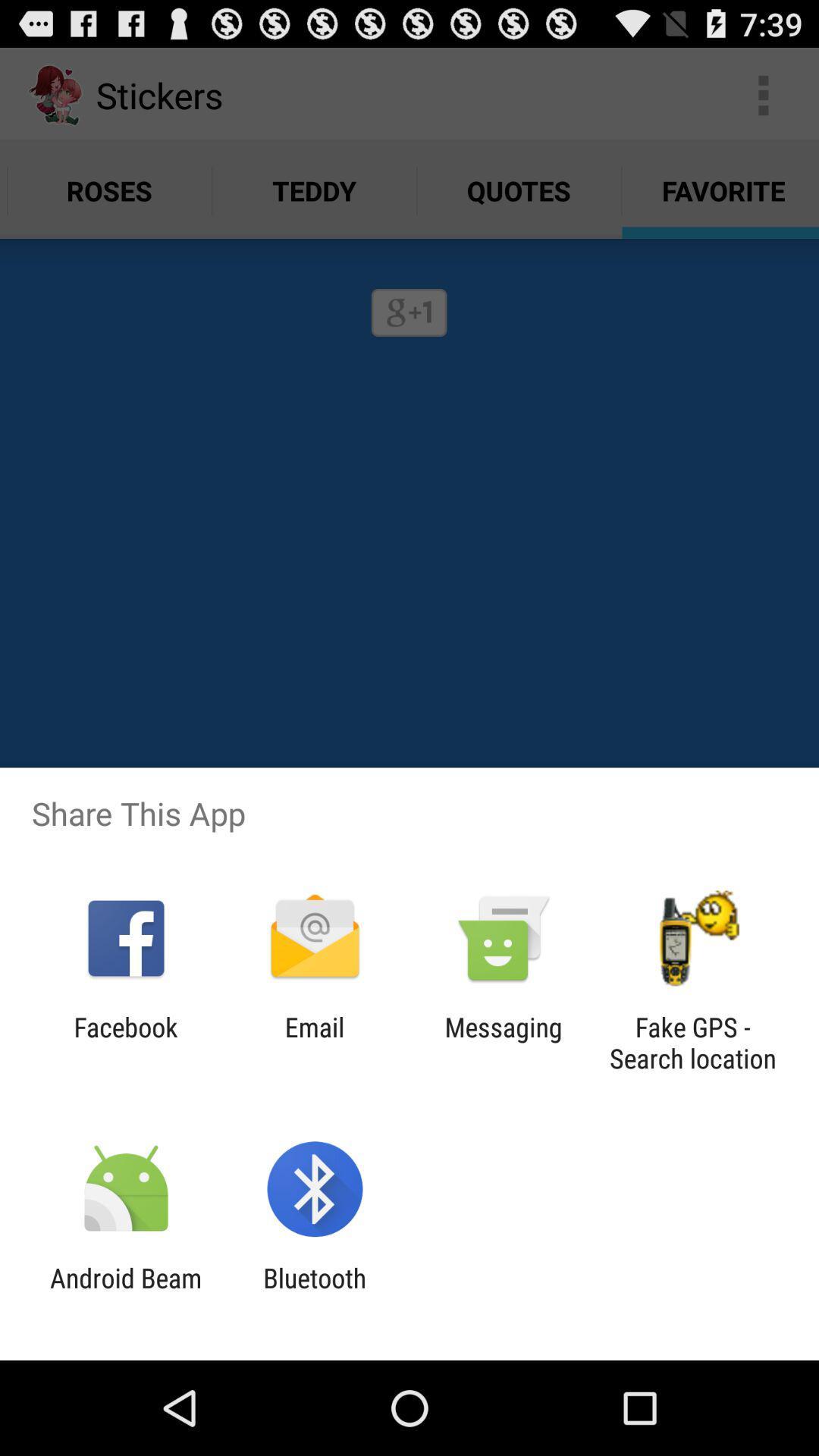 The width and height of the screenshot is (819, 1456). What do you see at coordinates (314, 1293) in the screenshot?
I see `the item to the right of android beam` at bounding box center [314, 1293].